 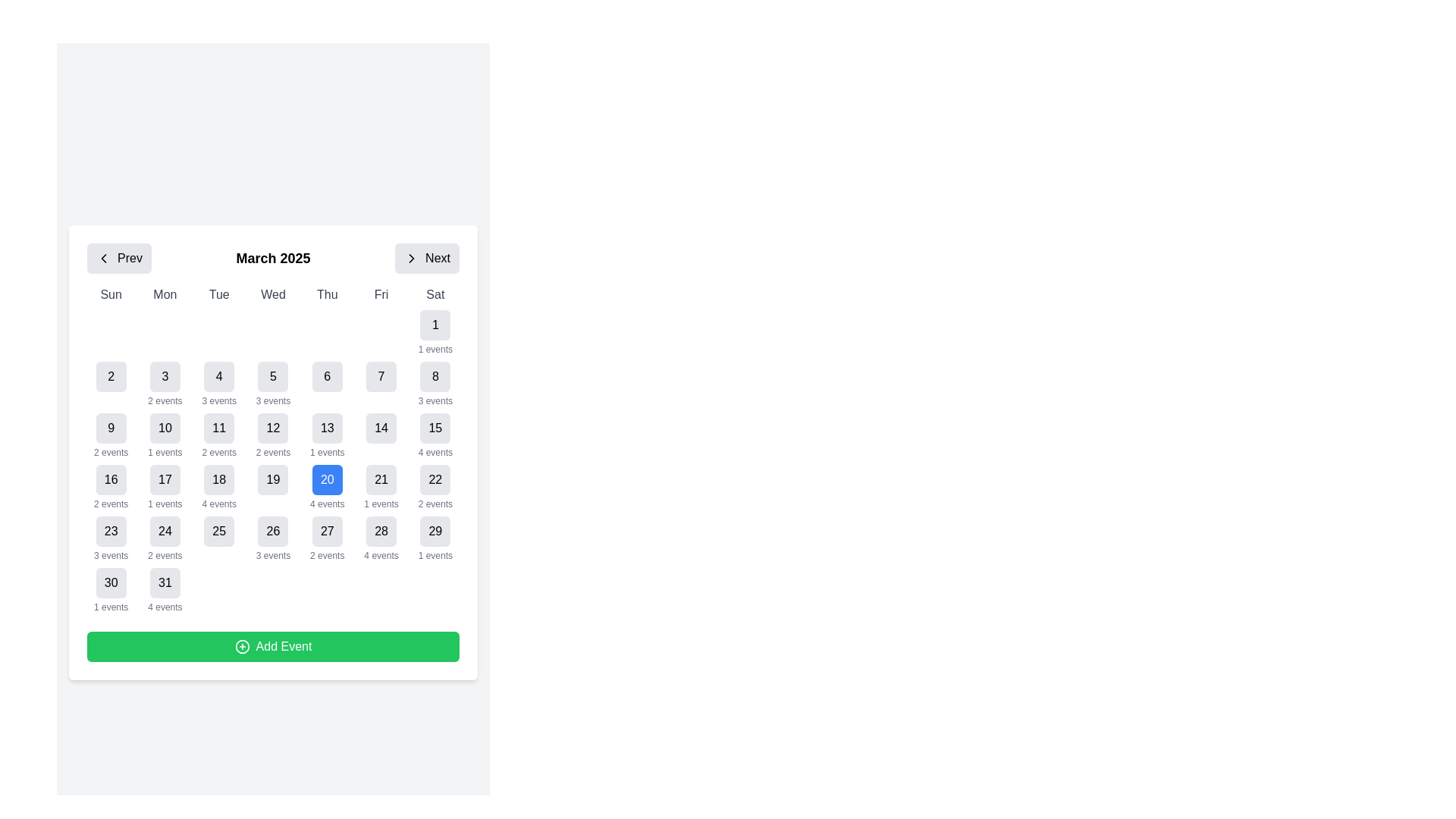 What do you see at coordinates (110, 295) in the screenshot?
I see `the 'Sunday' text label, which is the first column label of the calendar grid layout` at bounding box center [110, 295].